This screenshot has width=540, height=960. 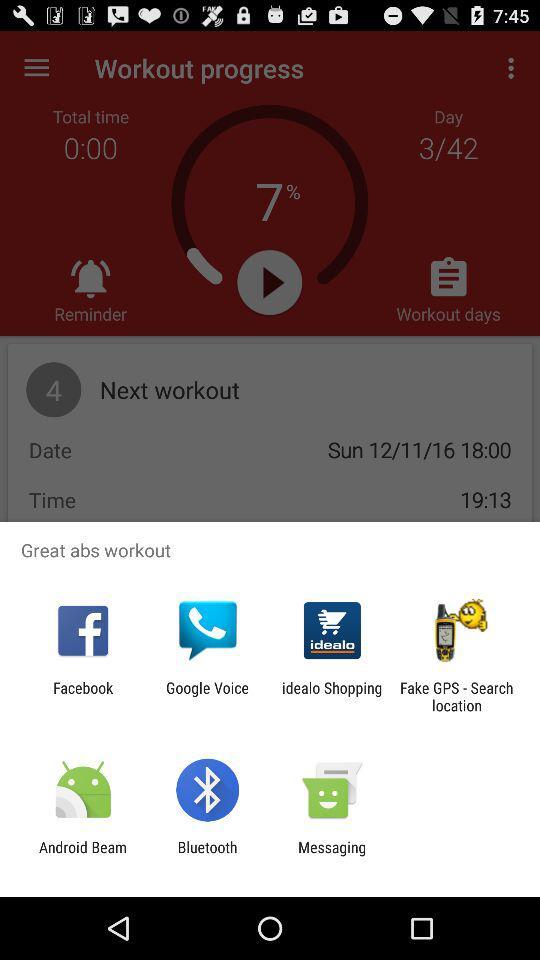 What do you see at coordinates (456, 696) in the screenshot?
I see `fake gps search` at bounding box center [456, 696].